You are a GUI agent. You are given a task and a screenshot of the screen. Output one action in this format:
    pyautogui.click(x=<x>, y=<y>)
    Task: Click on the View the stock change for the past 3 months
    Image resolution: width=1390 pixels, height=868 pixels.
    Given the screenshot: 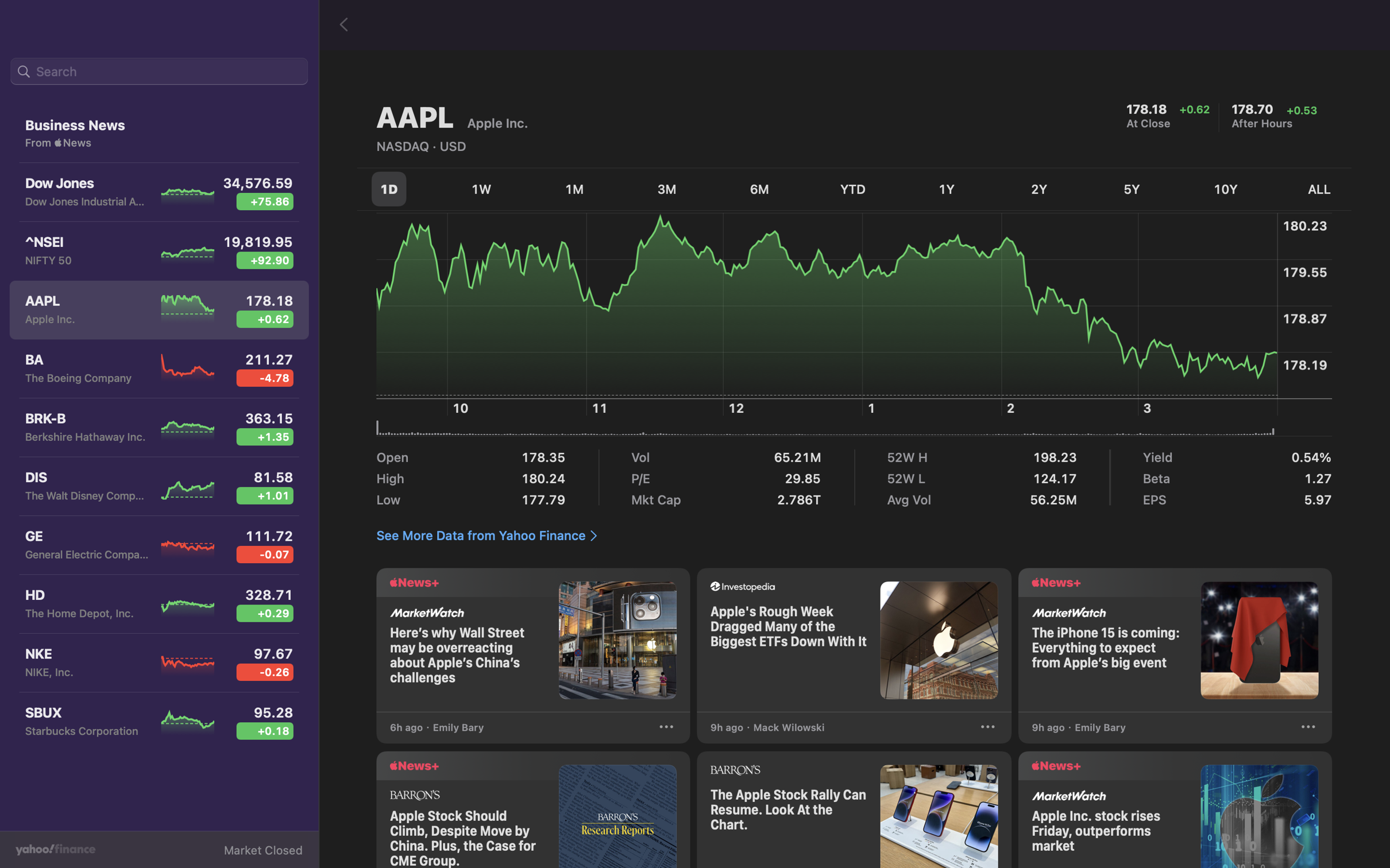 What is the action you would take?
    pyautogui.click(x=666, y=190)
    